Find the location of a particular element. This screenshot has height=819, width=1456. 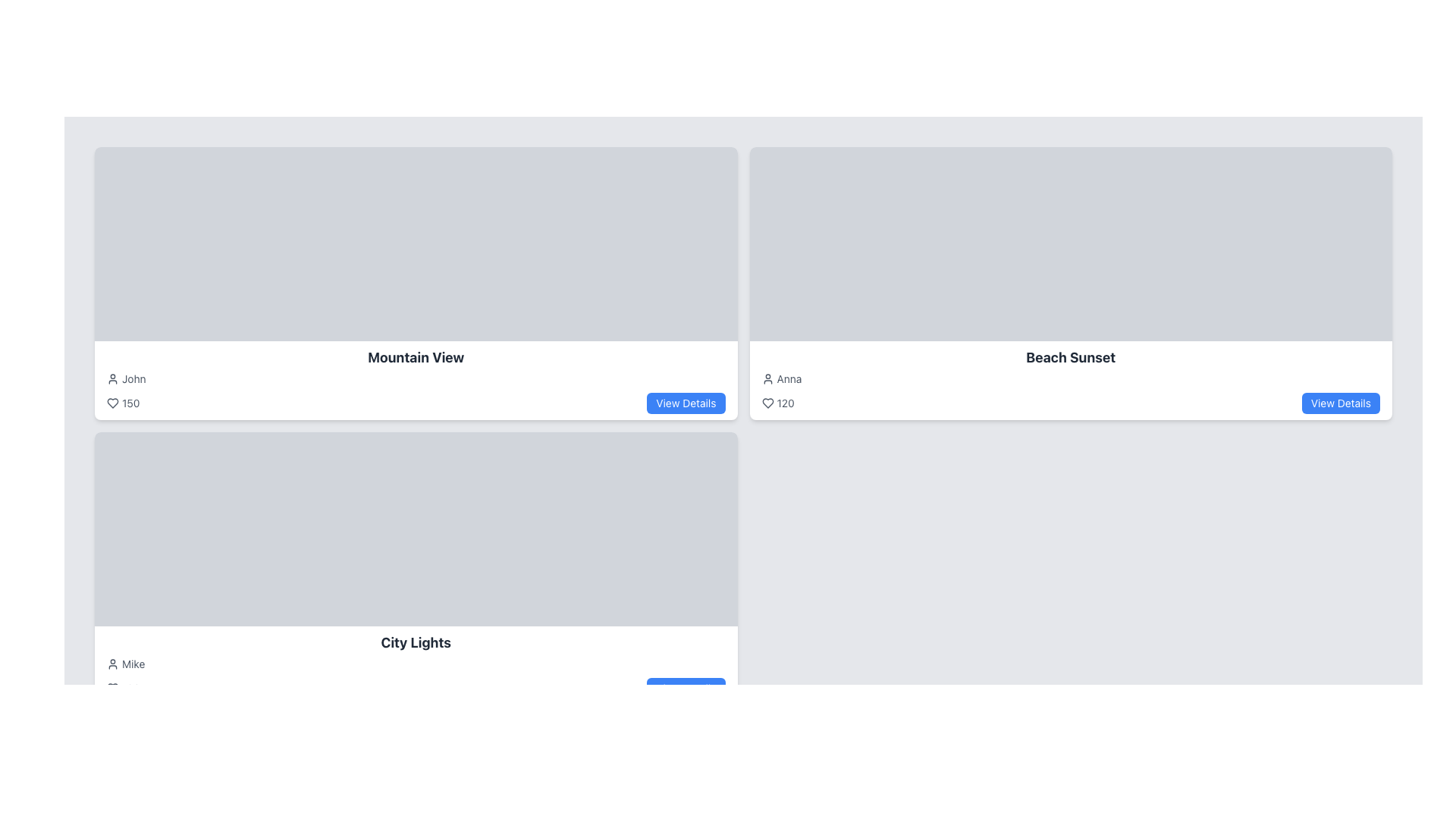

the heart outline icon located in the lower-left corner of the 'City Lights' card, adjacent to the username 'Mike' and to the left of the like count '180' is located at coordinates (111, 688).